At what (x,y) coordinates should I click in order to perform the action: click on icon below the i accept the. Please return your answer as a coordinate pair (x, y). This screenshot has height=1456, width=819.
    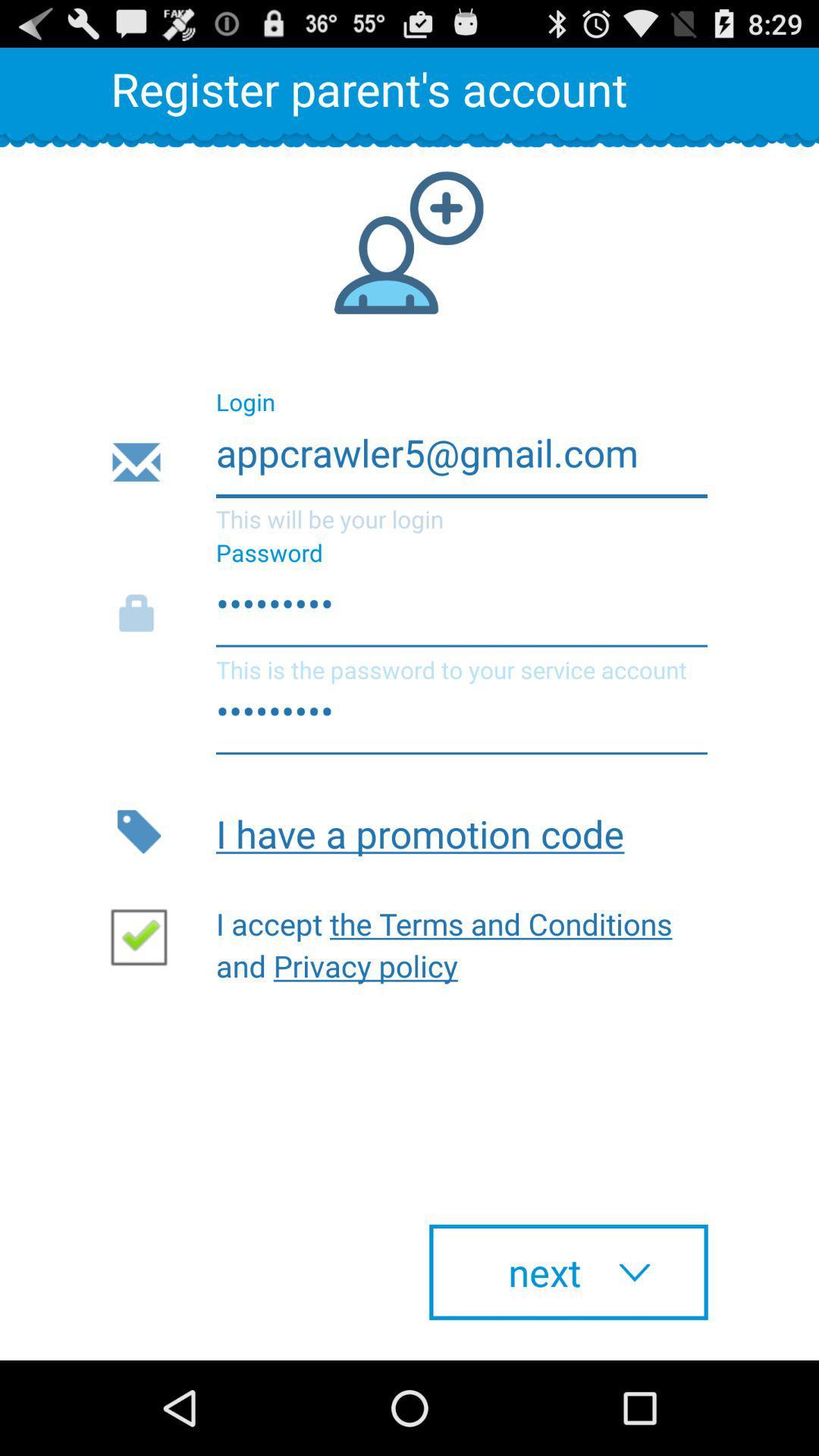
    Looking at the image, I should click on (568, 1272).